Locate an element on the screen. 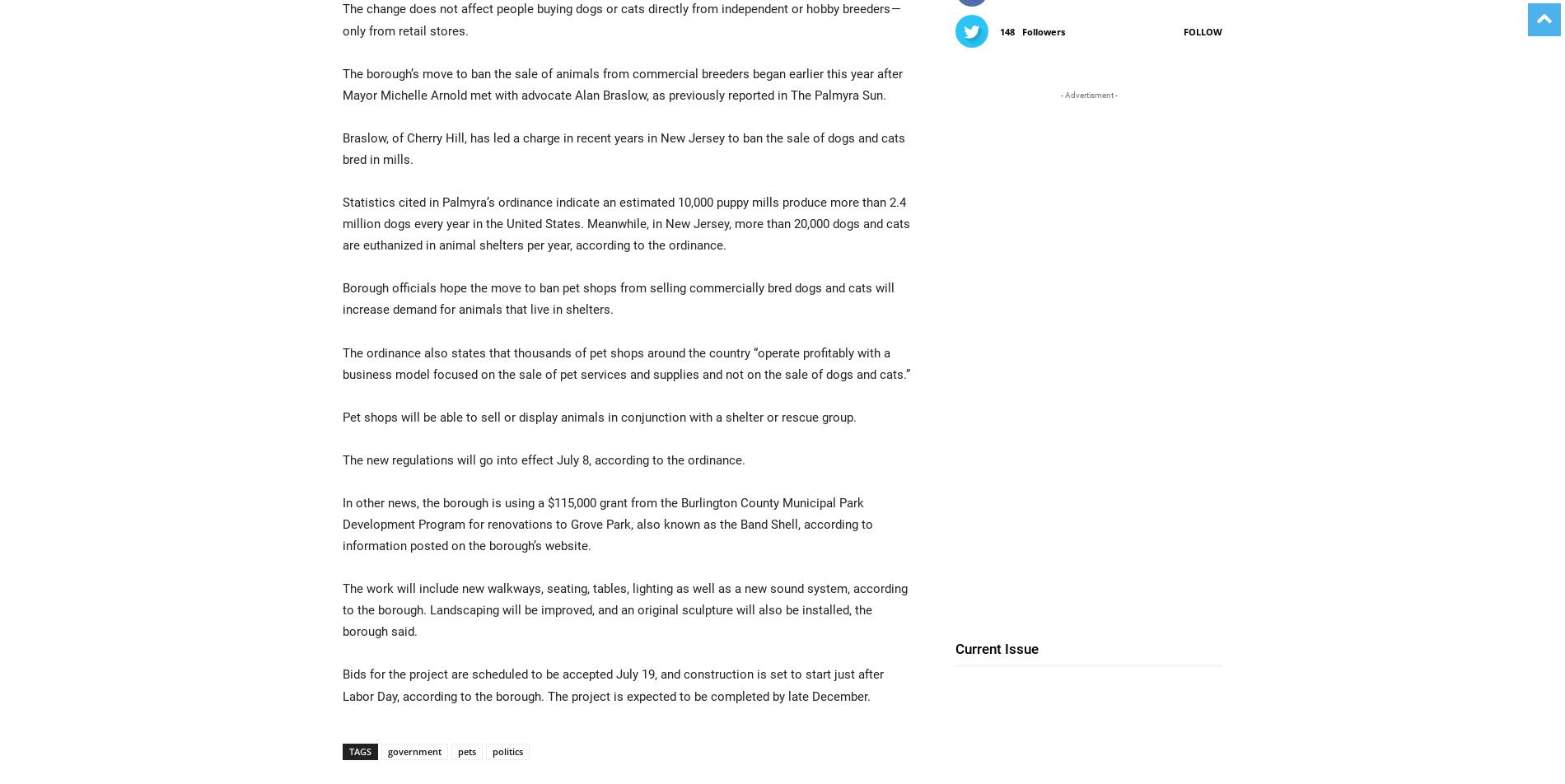 The width and height of the screenshot is (1565, 784). 'Bids for the project are scheduled to be accepted July 19, and construction is set to start just after Labor Day, according to the borough. The project is expected to be completed by late December.' is located at coordinates (612, 684).